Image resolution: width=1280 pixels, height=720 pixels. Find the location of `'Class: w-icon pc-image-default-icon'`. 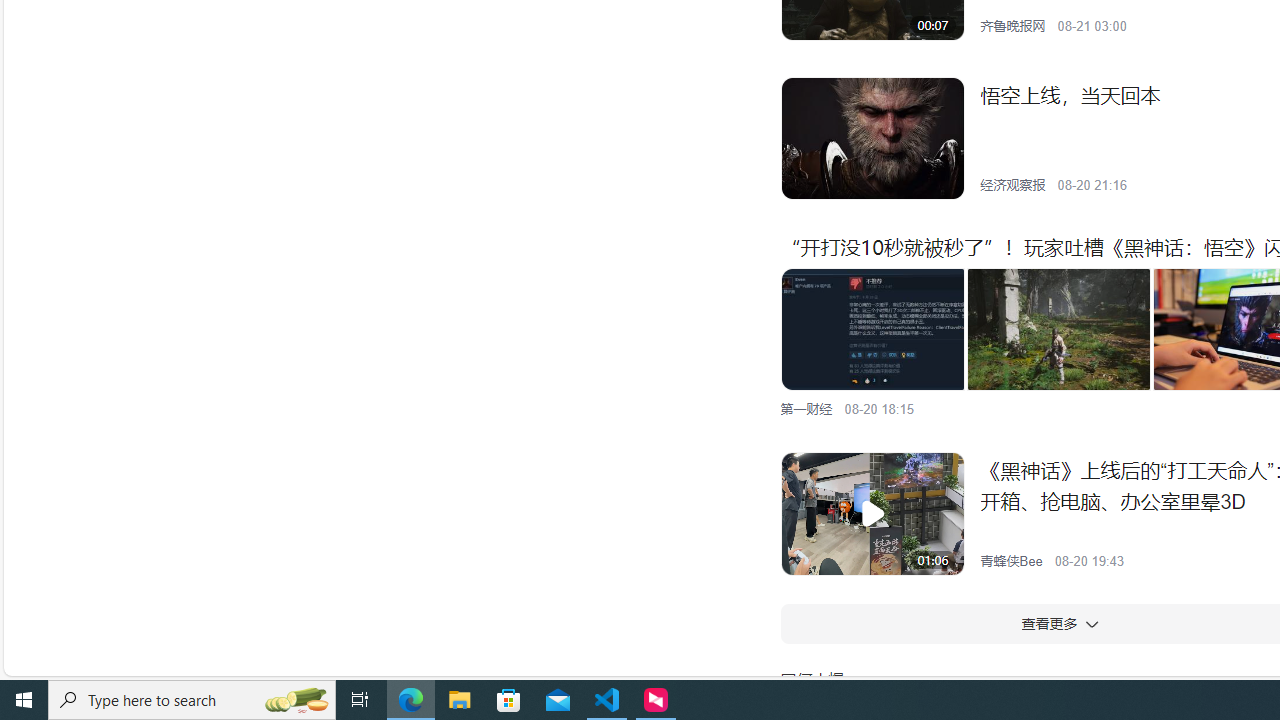

'Class: w-icon pc-image-default-icon' is located at coordinates (872, 513).